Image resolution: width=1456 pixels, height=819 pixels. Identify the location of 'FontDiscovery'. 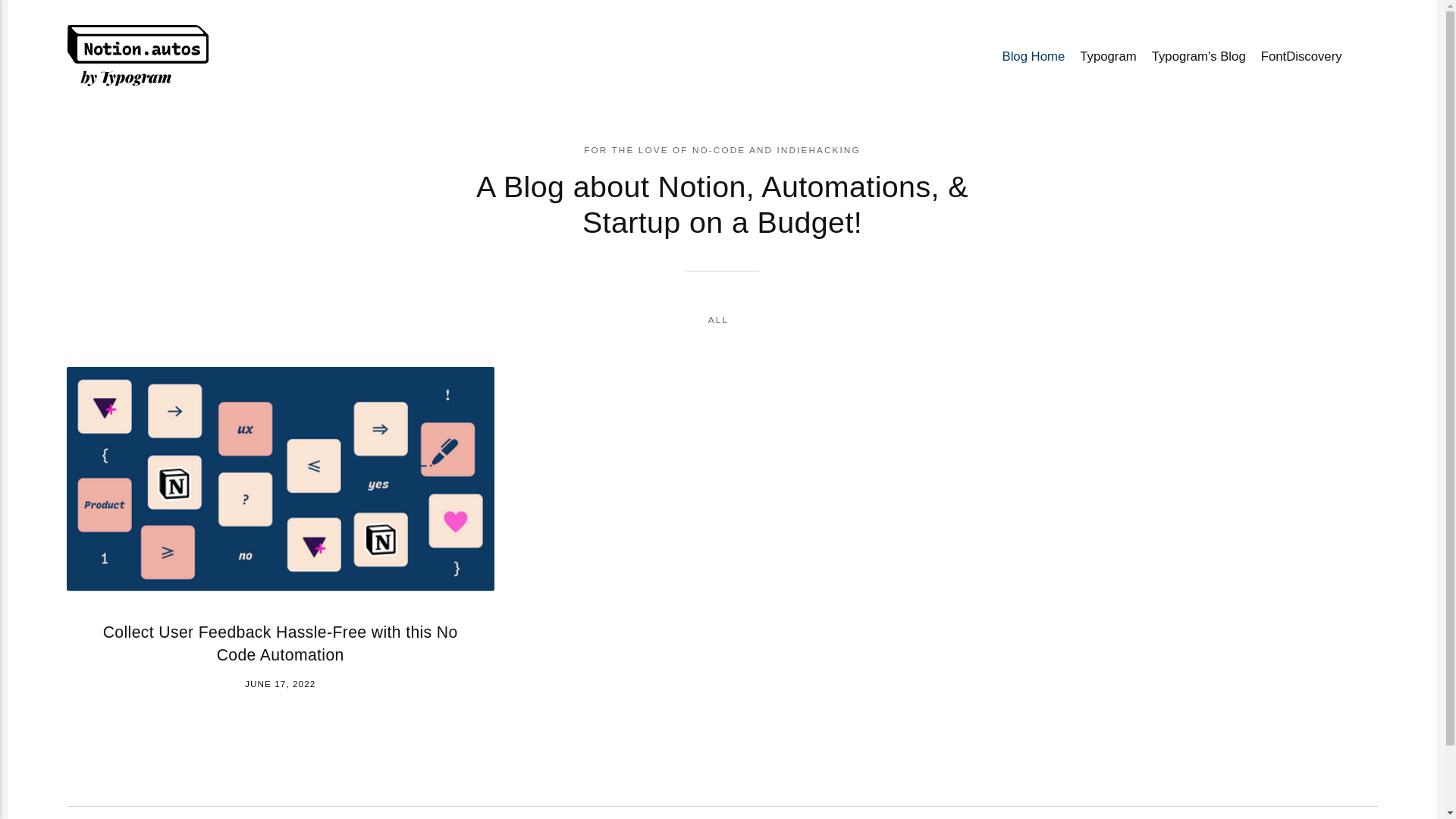
(1301, 56).